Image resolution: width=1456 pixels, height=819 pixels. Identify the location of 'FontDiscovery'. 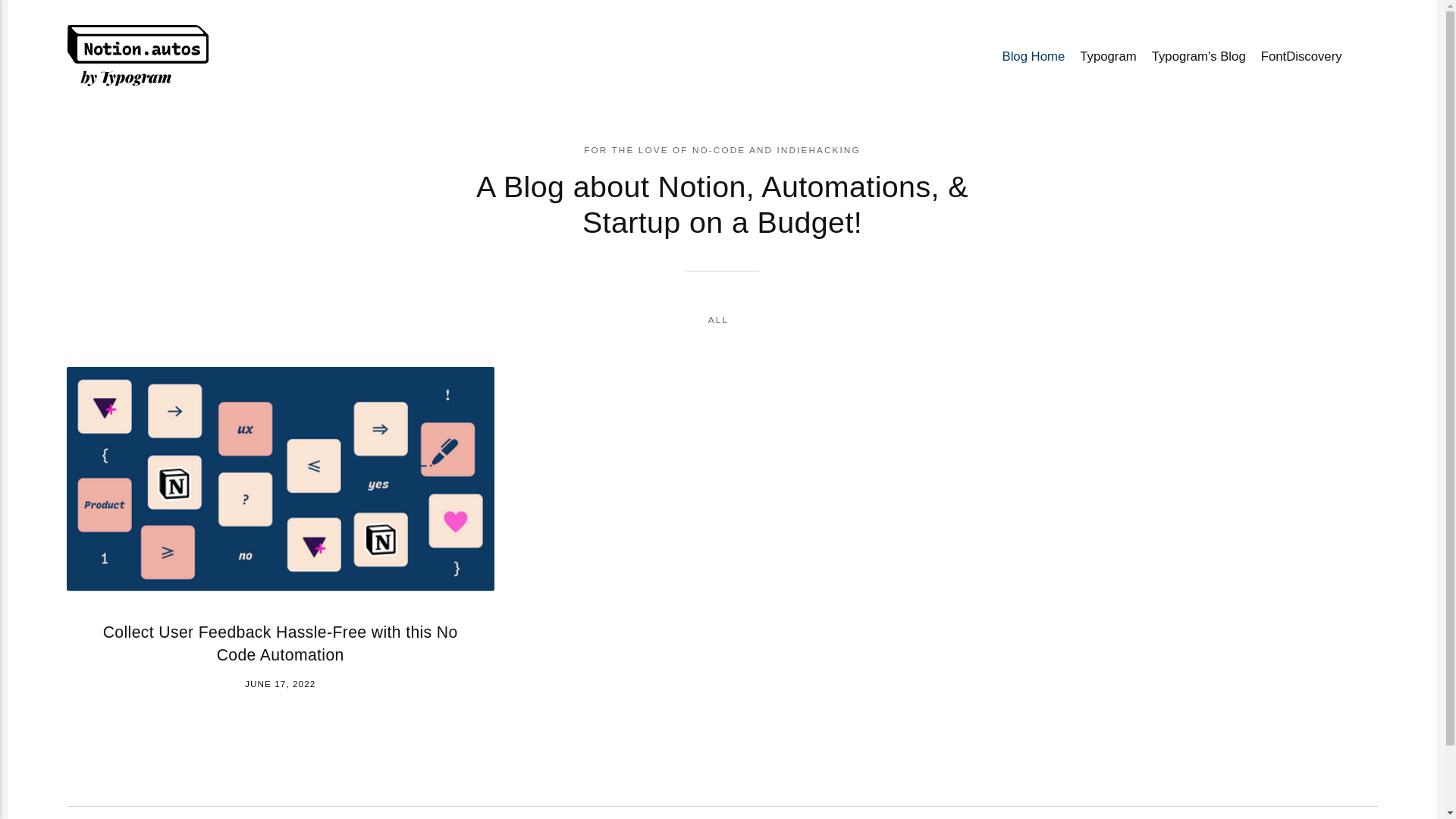
(1301, 56).